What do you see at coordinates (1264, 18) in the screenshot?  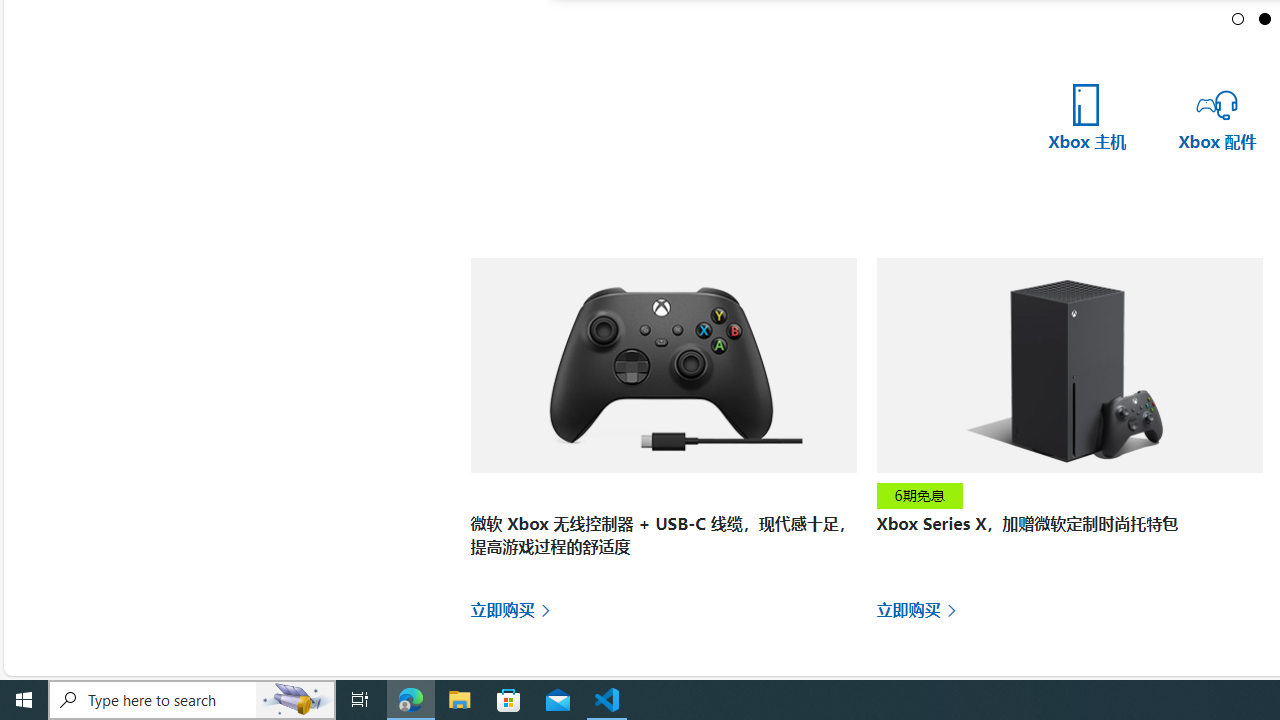 I see `'Go to slide 2'` at bounding box center [1264, 18].